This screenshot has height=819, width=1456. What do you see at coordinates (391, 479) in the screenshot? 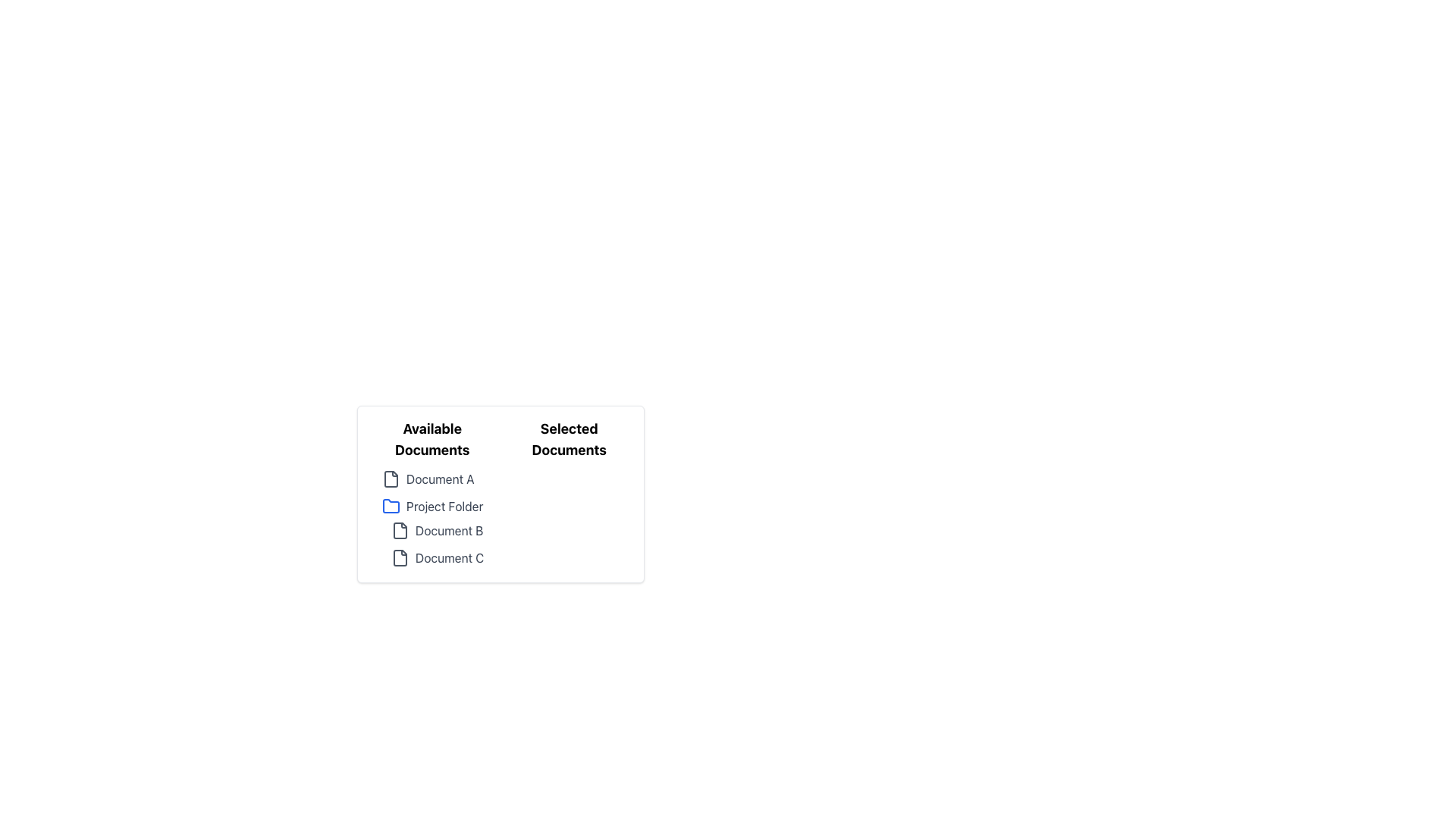
I see `the icon representing 'Document A' located on the left side of the list entry in the 'Available Documents' section` at bounding box center [391, 479].